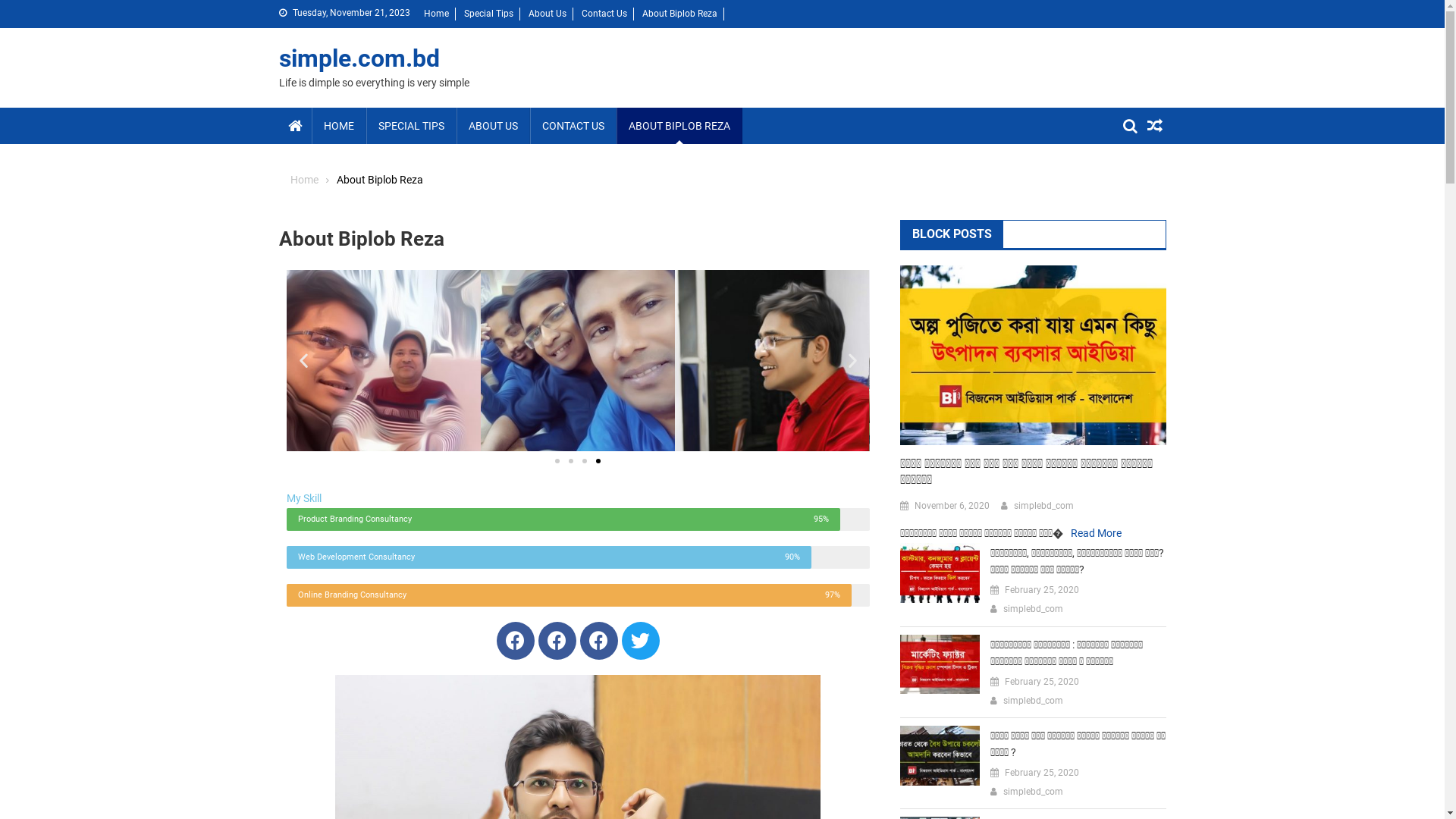 The width and height of the screenshot is (1456, 819). Describe the element at coordinates (546, 14) in the screenshot. I see `'About Us'` at that location.